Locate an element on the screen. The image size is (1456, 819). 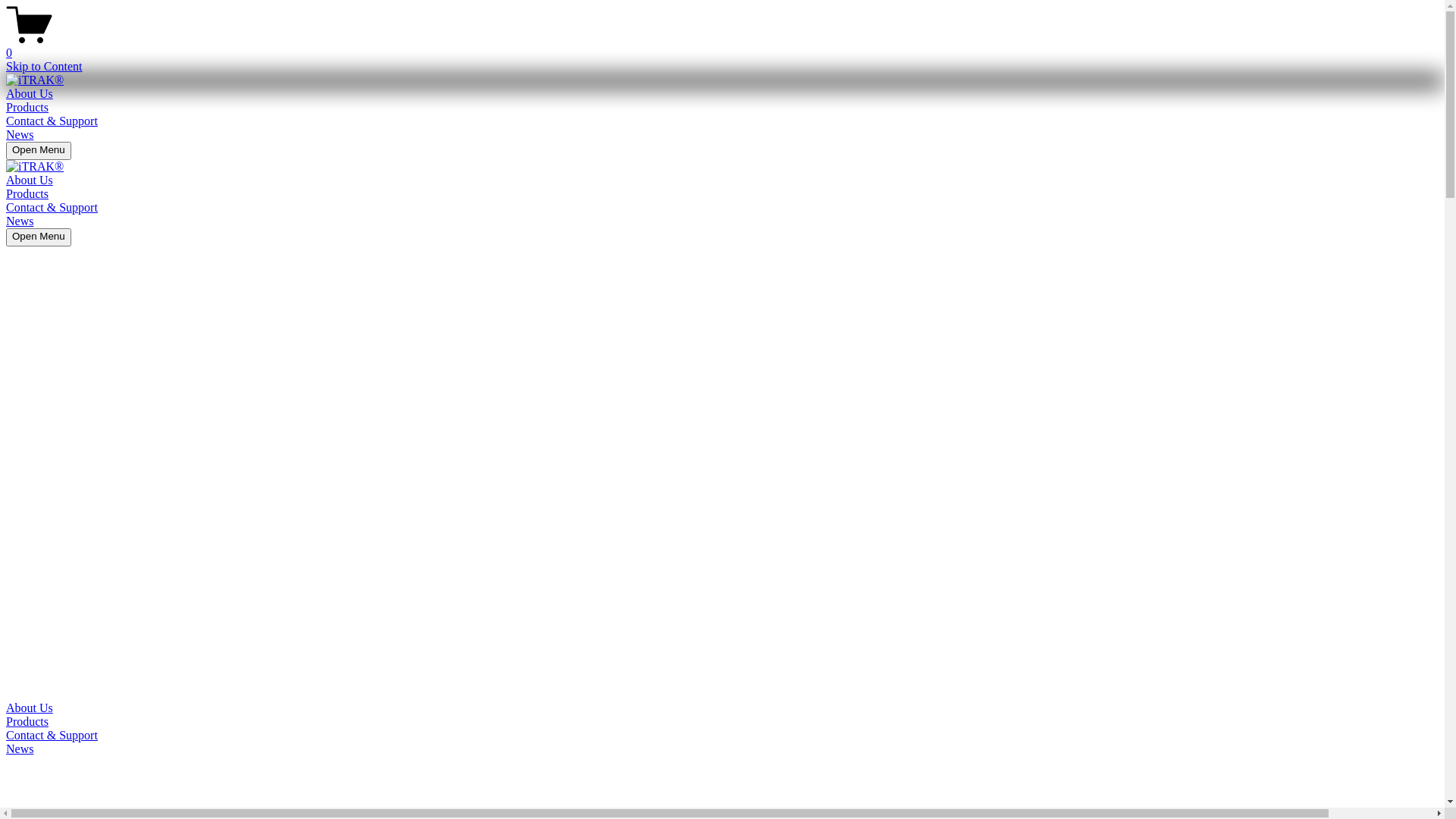
'News' is located at coordinates (6, 748).